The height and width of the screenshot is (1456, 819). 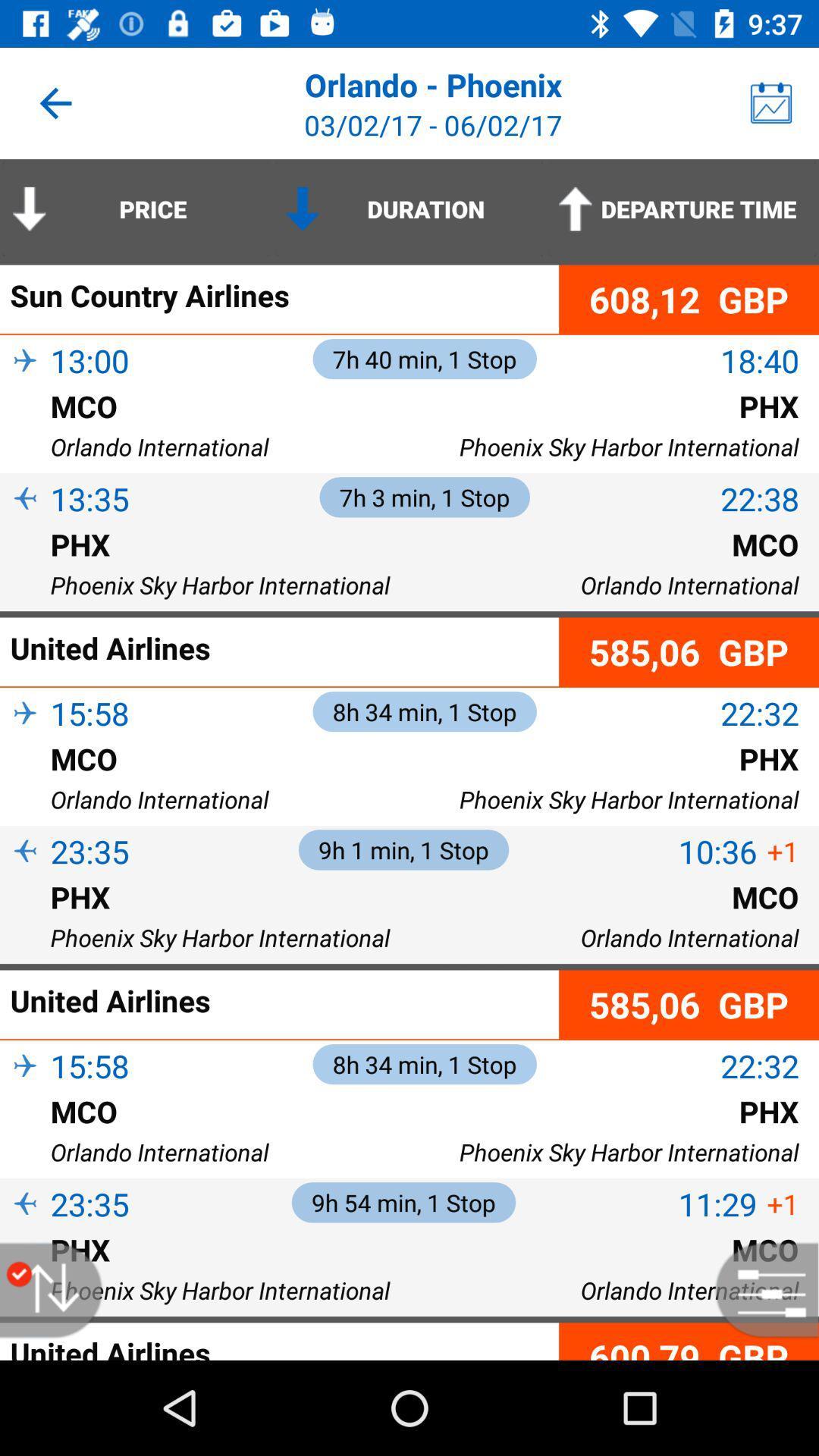 What do you see at coordinates (25, 1229) in the screenshot?
I see `icon next to the 23:35` at bounding box center [25, 1229].